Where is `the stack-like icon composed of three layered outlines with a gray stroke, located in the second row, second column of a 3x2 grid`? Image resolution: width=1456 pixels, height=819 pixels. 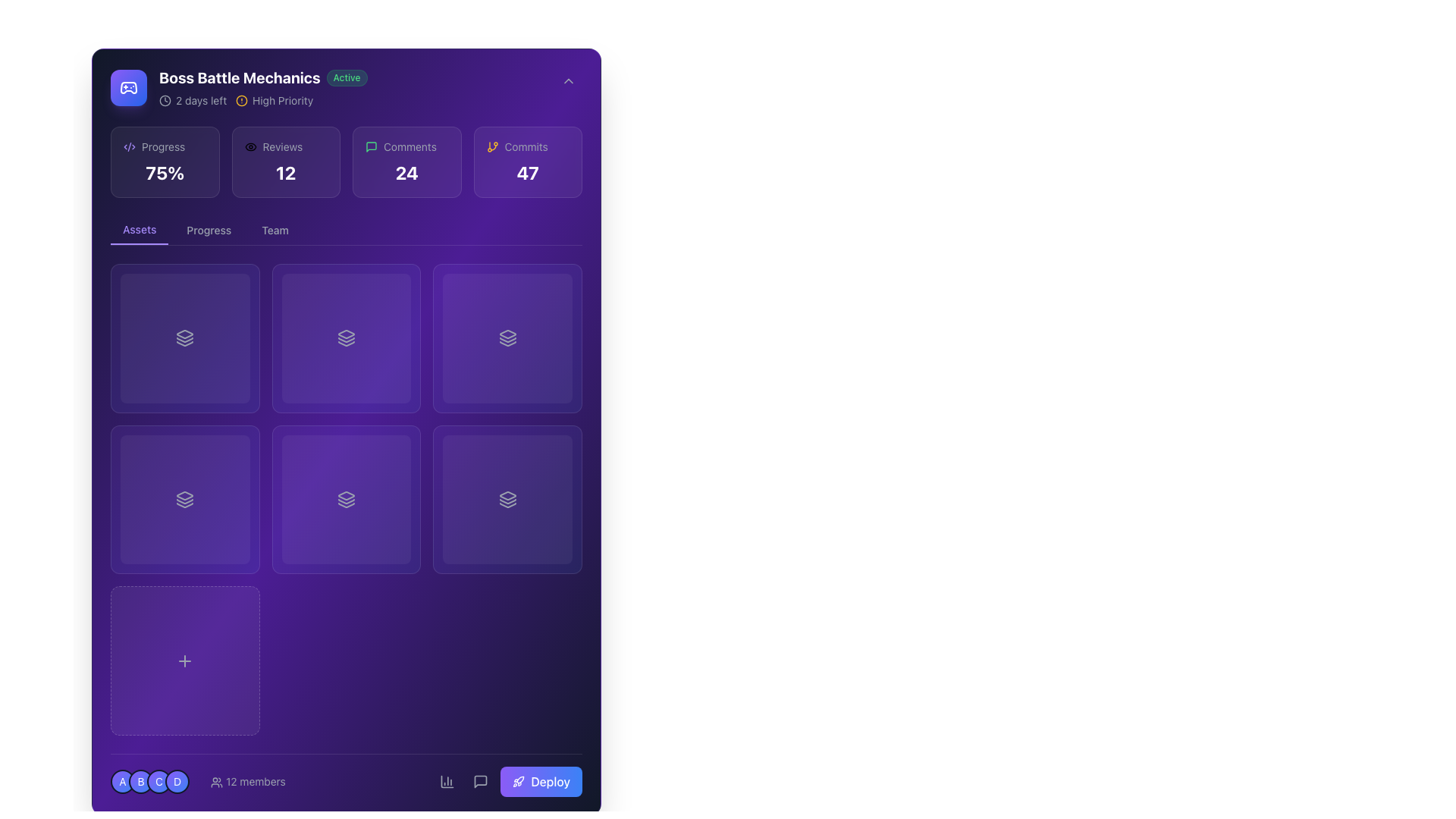 the stack-like icon composed of three layered outlines with a gray stroke, located in the second row, second column of a 3x2 grid is located at coordinates (345, 500).